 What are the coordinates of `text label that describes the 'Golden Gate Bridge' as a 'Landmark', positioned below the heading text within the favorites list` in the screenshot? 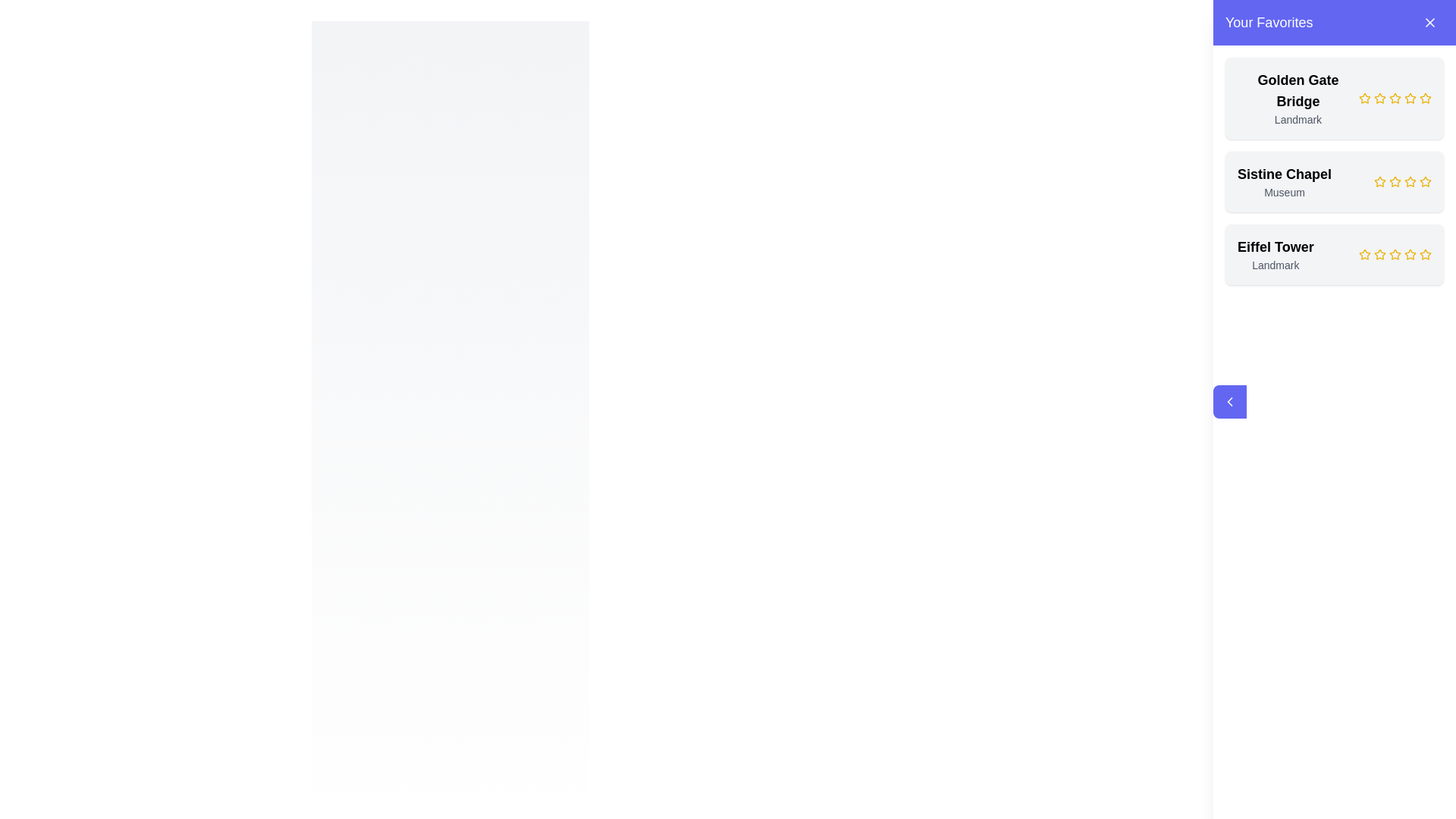 It's located at (1298, 119).